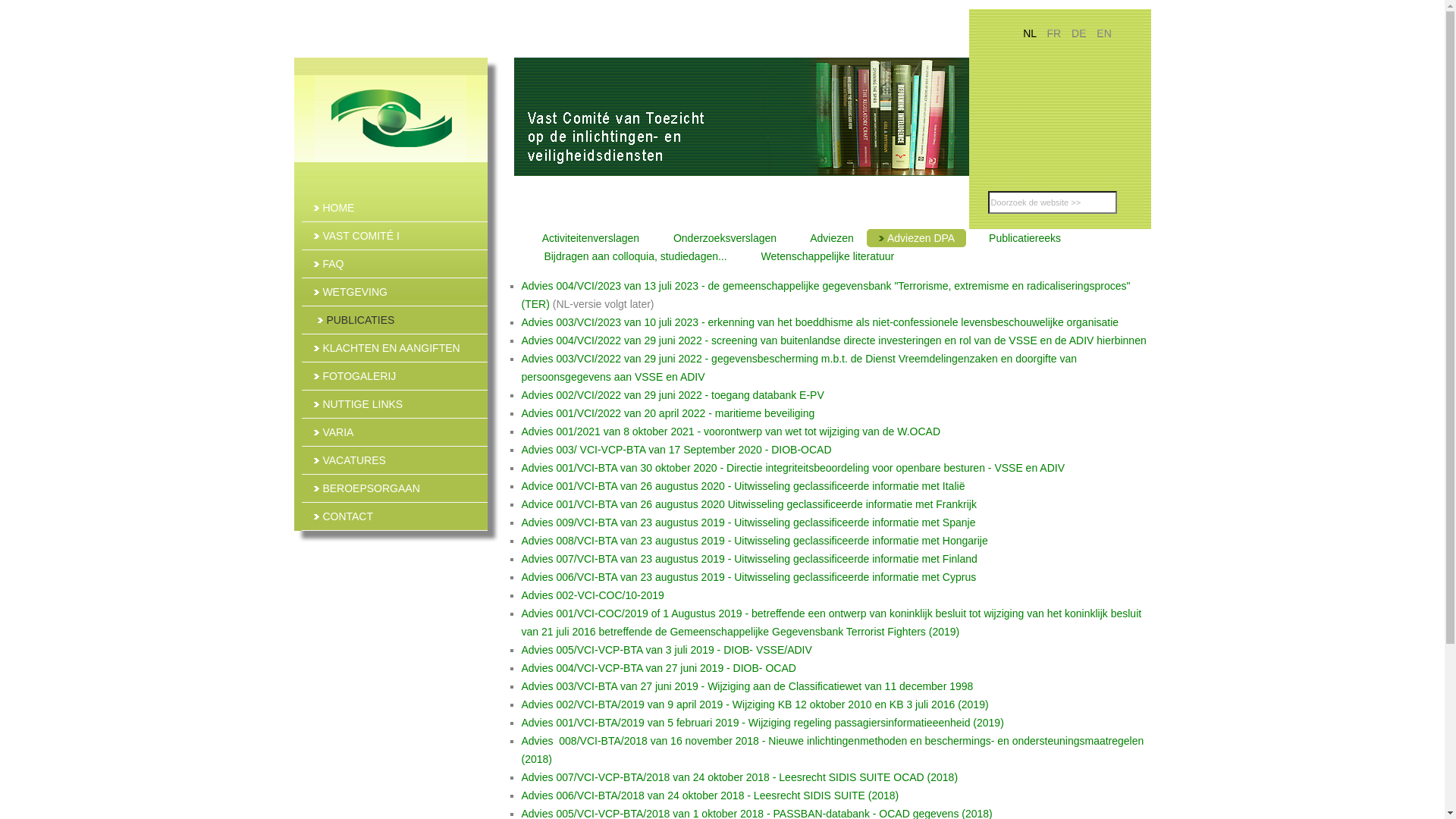 The height and width of the screenshot is (819, 1456). What do you see at coordinates (302, 403) in the screenshot?
I see `'NUTTIGE LINKS'` at bounding box center [302, 403].